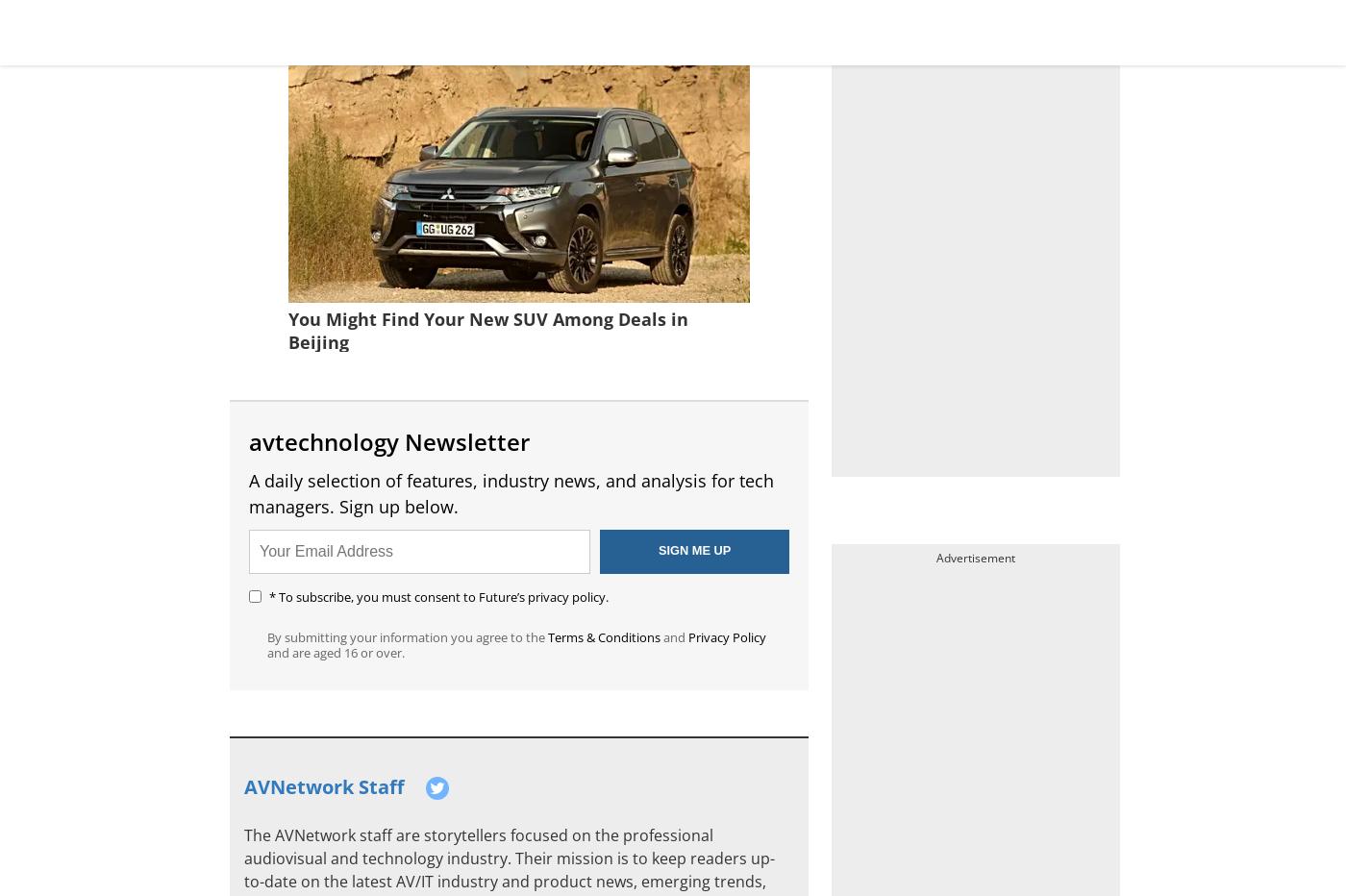 This screenshot has height=896, width=1346. I want to click on 'Advertisement', so click(976, 558).